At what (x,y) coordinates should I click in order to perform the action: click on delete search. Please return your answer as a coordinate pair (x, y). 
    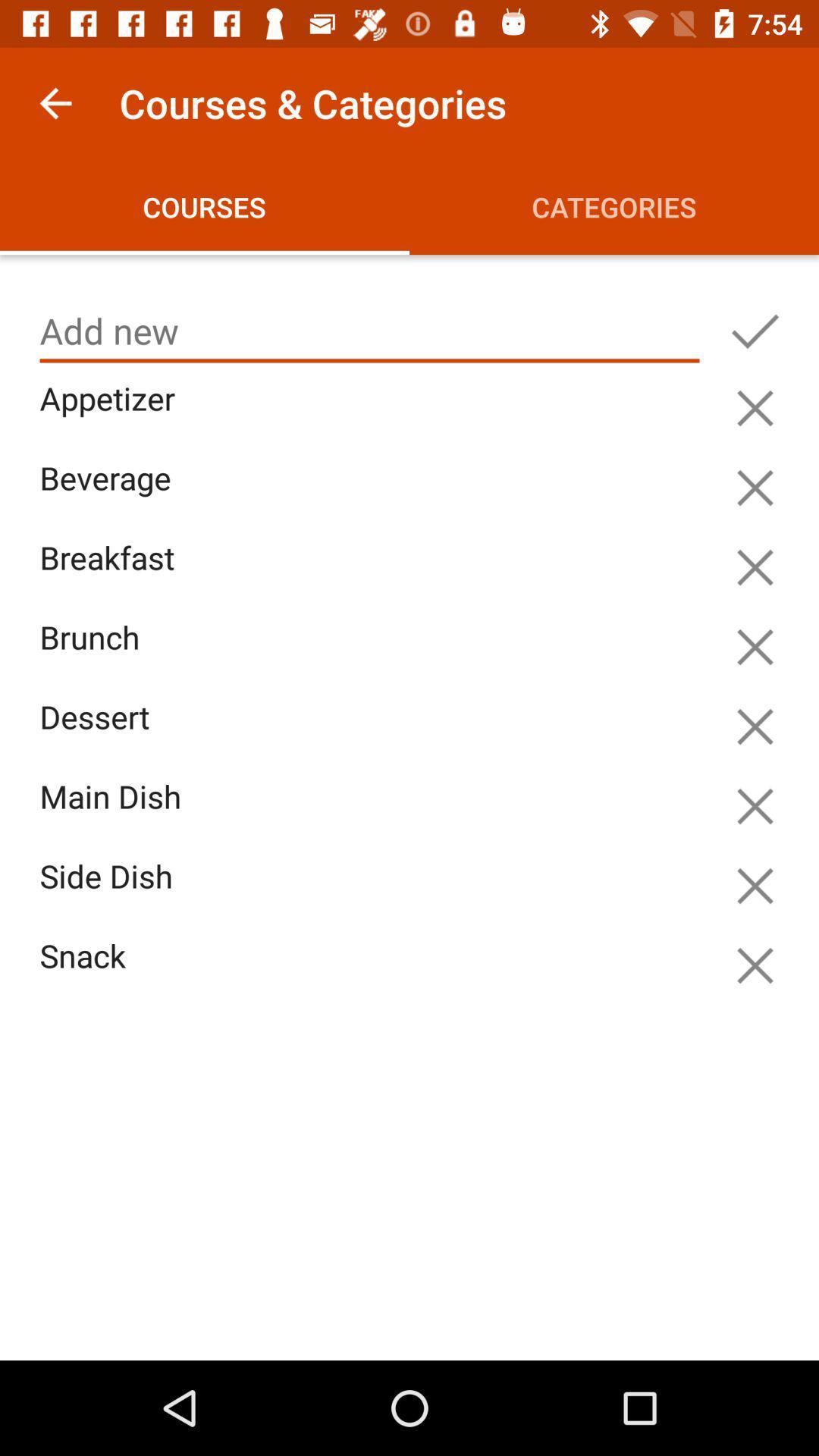
    Looking at the image, I should click on (755, 488).